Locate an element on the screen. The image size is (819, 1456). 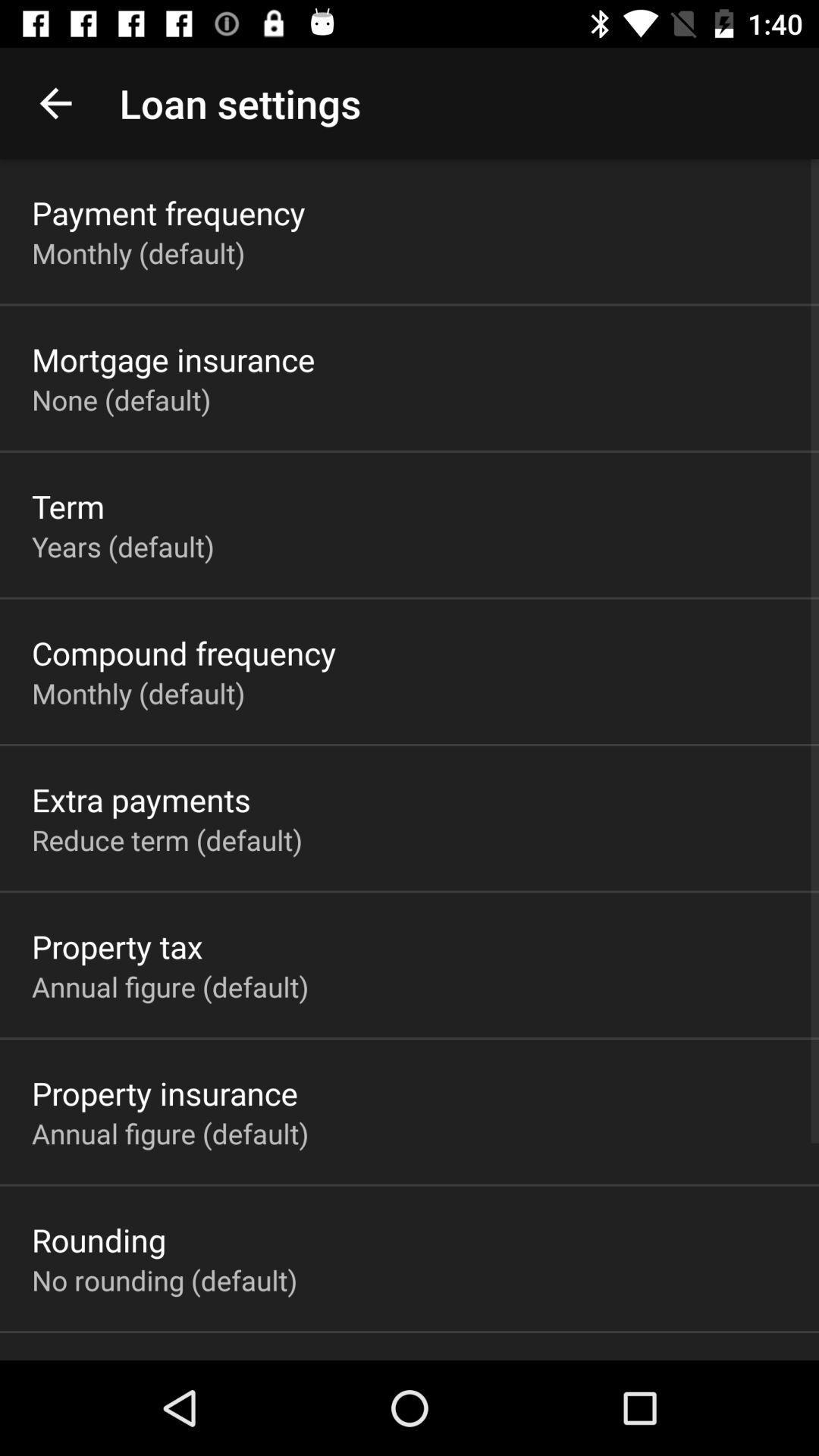
no rounding (default) icon is located at coordinates (165, 1279).